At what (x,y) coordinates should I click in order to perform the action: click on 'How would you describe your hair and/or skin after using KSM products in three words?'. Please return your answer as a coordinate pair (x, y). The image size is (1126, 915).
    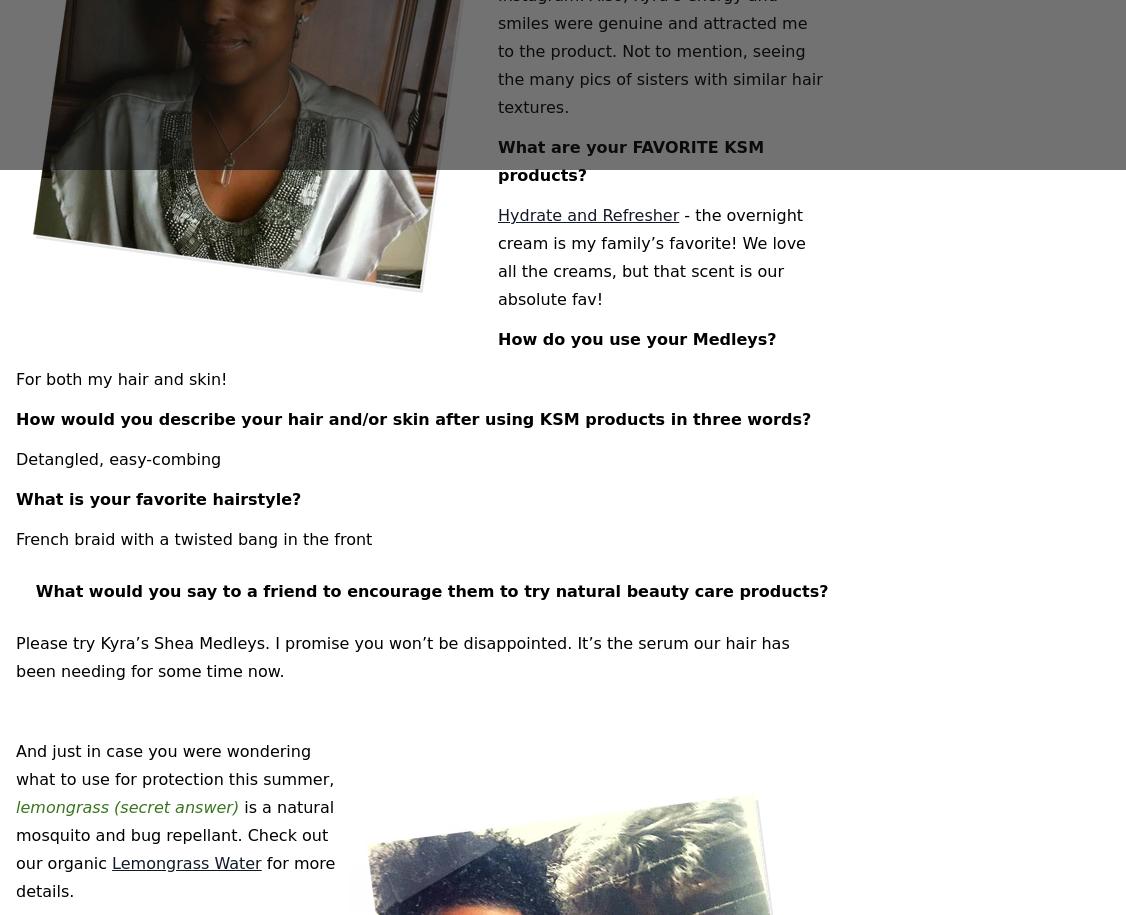
    Looking at the image, I should click on (412, 419).